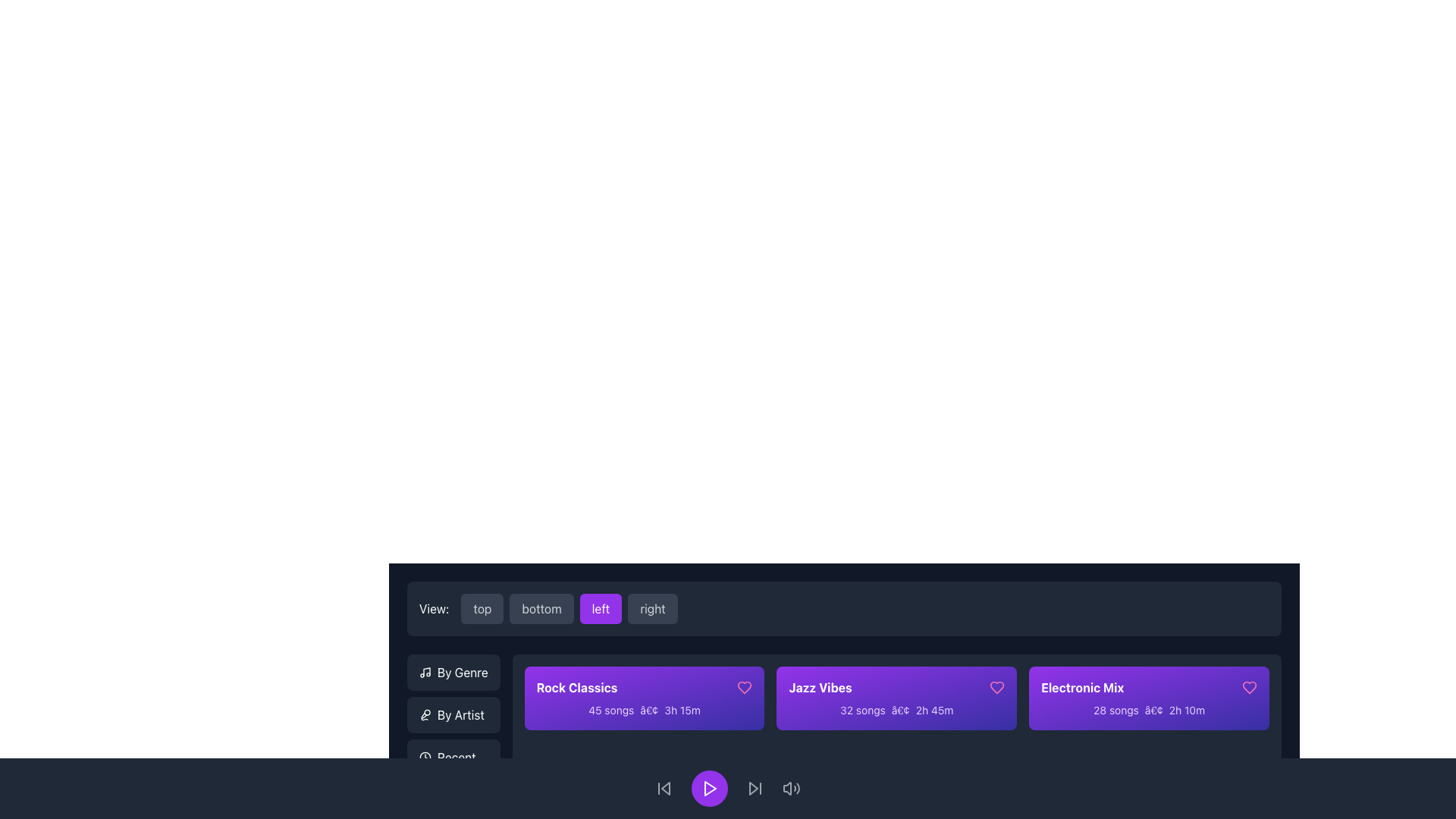  Describe the element at coordinates (644, 711) in the screenshot. I see `the text element at the bottom of the 'Rock Classics' card that displays metadata about the number of songs and total duration of the playlist` at that location.